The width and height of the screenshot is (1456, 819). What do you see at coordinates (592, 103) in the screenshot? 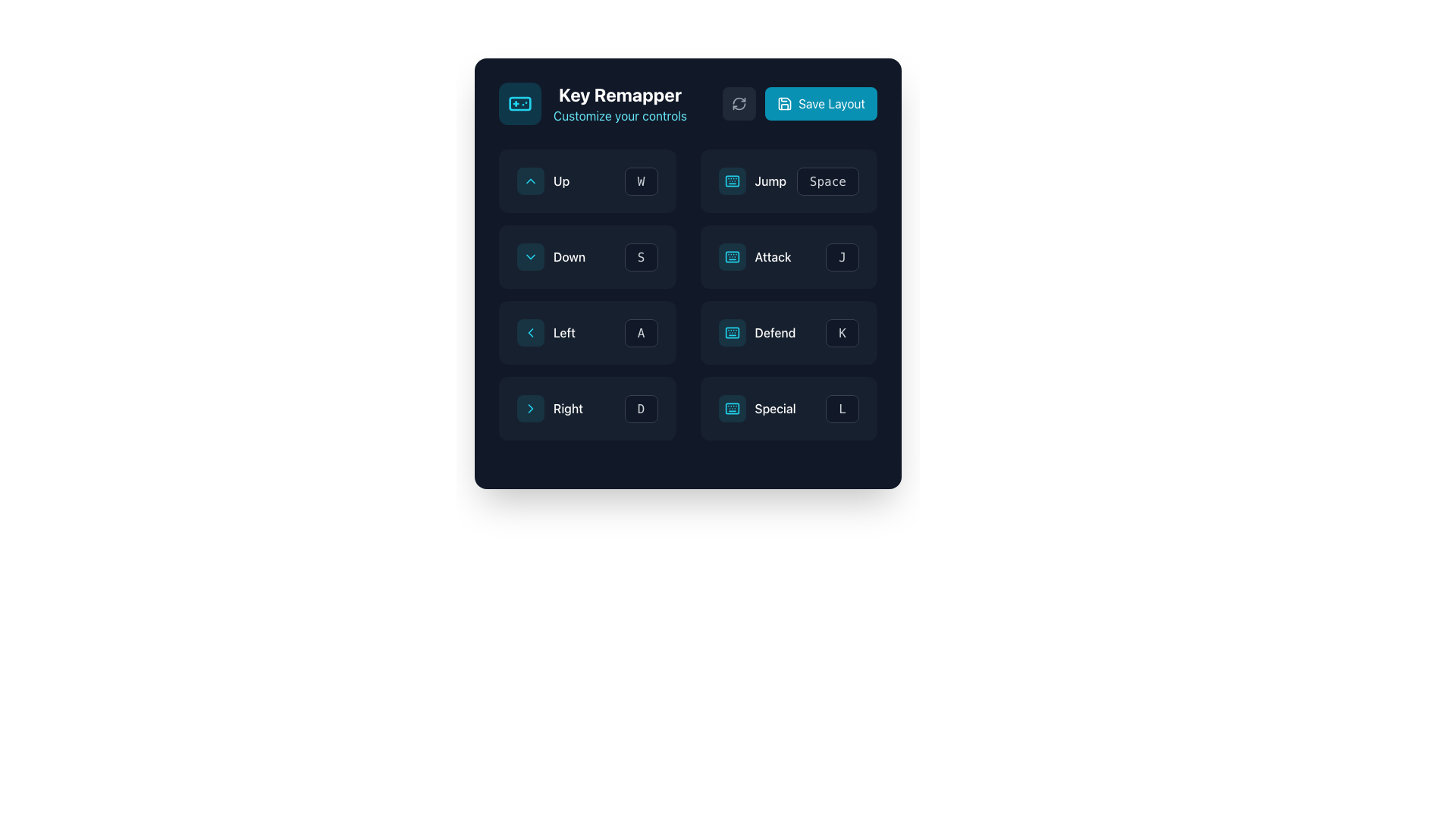
I see `text of the header element, which includes a bold title and a subtitle for context, located at the top-left quadrant of the interface` at bounding box center [592, 103].